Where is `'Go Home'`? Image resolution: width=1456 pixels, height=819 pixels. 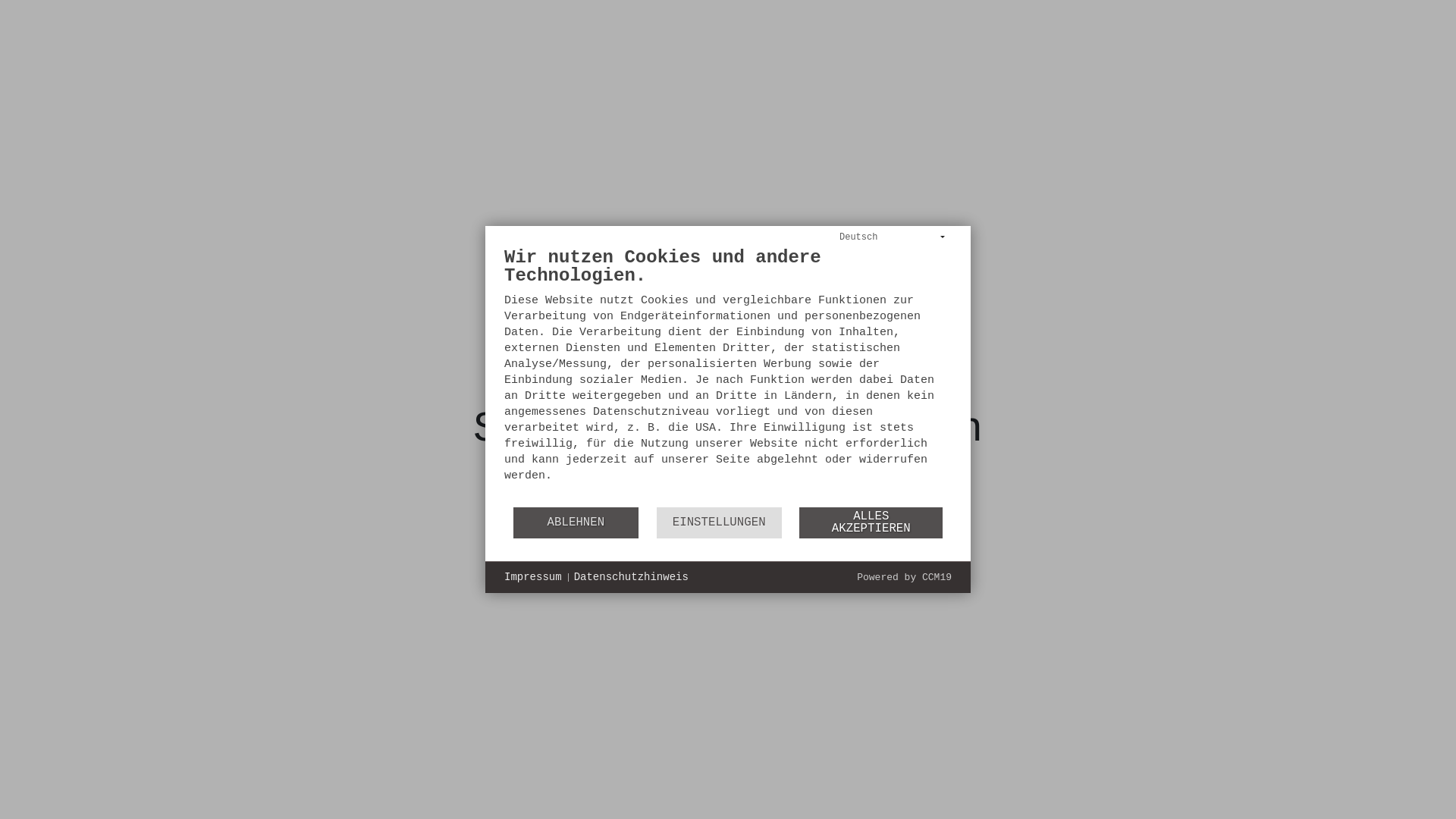 'Go Home' is located at coordinates (726, 513).